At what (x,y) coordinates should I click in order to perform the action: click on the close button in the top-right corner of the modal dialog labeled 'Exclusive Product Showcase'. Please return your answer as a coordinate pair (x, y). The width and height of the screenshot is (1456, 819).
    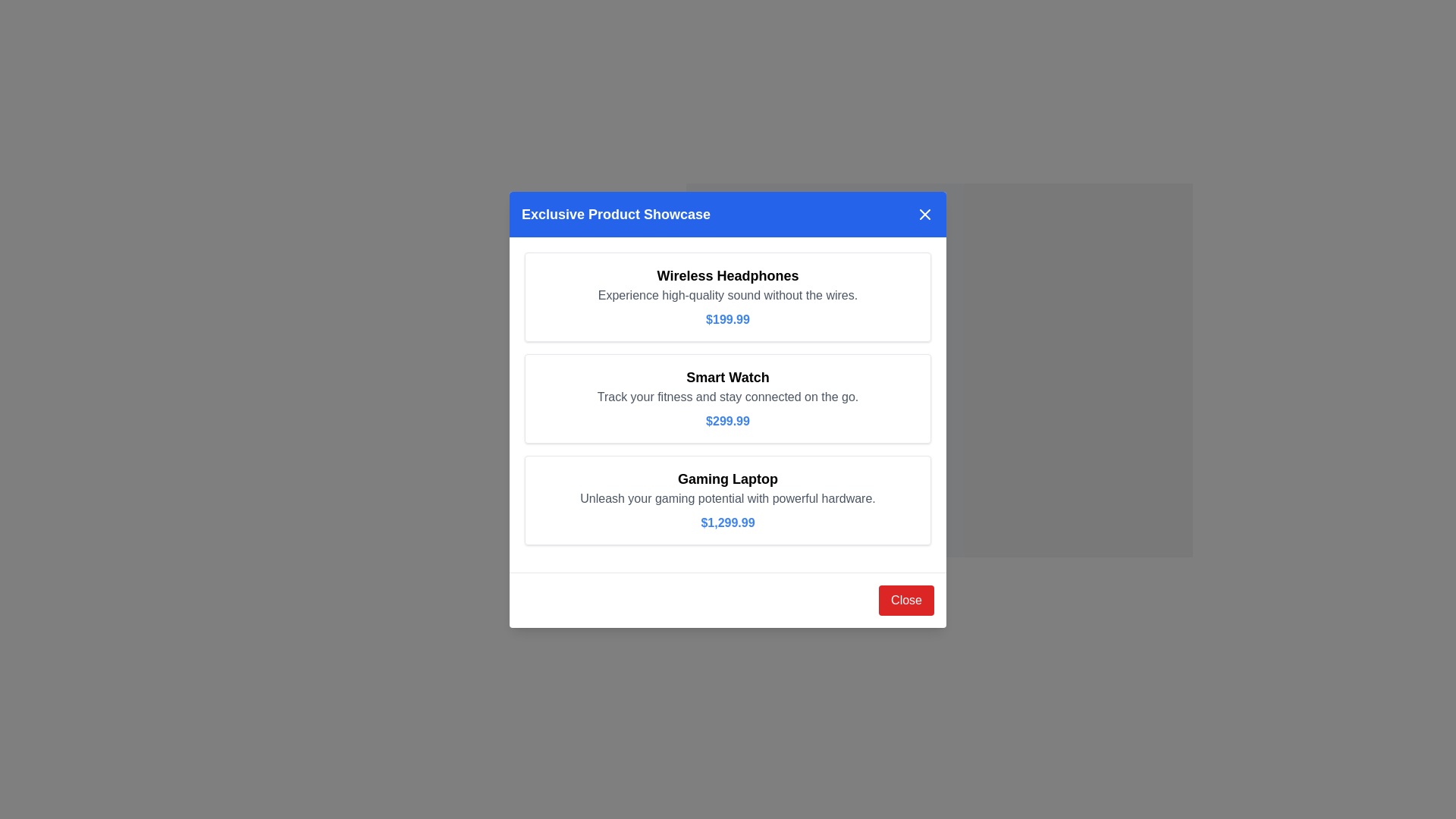
    Looking at the image, I should click on (924, 214).